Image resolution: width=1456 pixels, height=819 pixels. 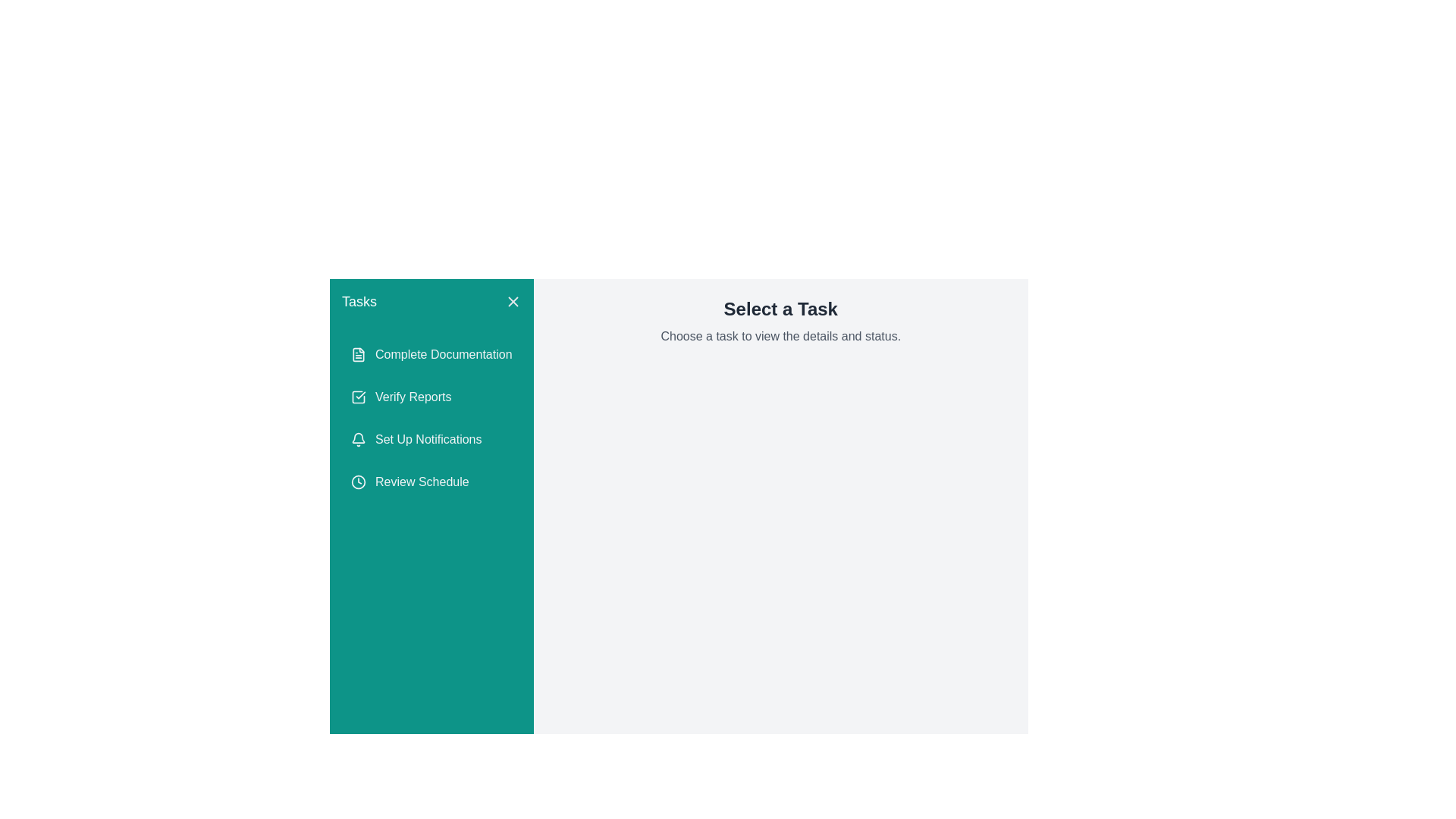 I want to click on the static text label located in the top-left corner of the green sidebar, which serves as a title or heading for the section, so click(x=359, y=301).